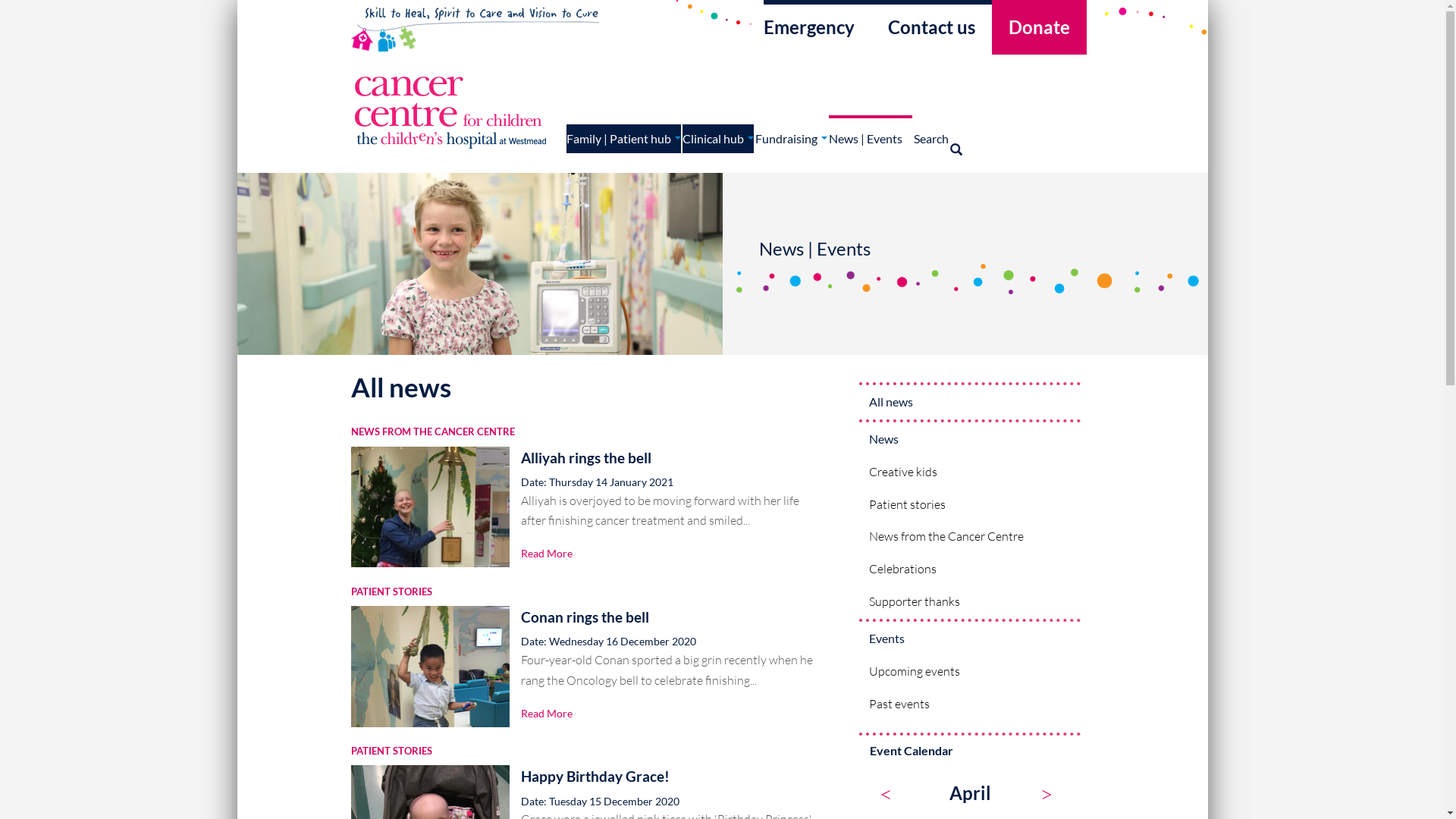 The image size is (1456, 819). Describe the element at coordinates (546, 553) in the screenshot. I see `'Read More'` at that location.